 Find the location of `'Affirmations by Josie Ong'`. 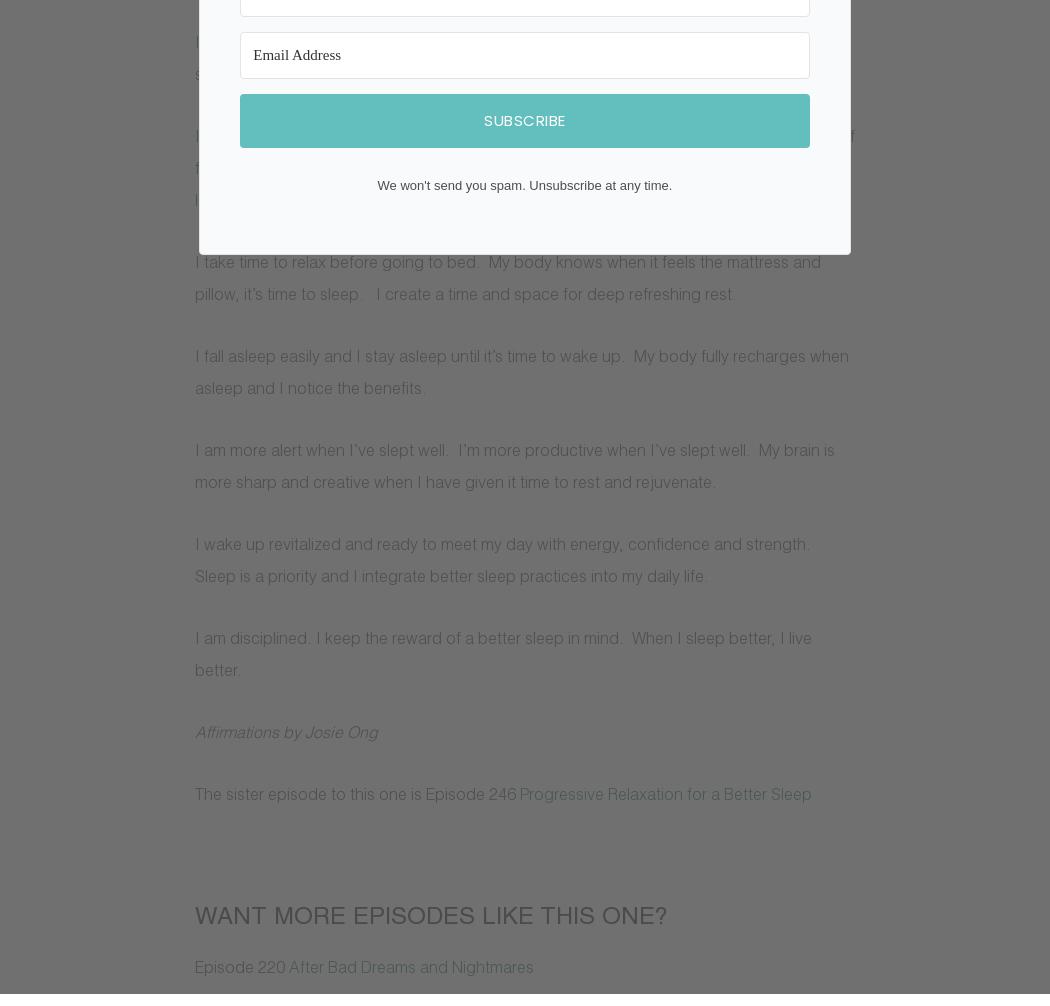

'Affirmations by Josie Ong' is located at coordinates (285, 733).